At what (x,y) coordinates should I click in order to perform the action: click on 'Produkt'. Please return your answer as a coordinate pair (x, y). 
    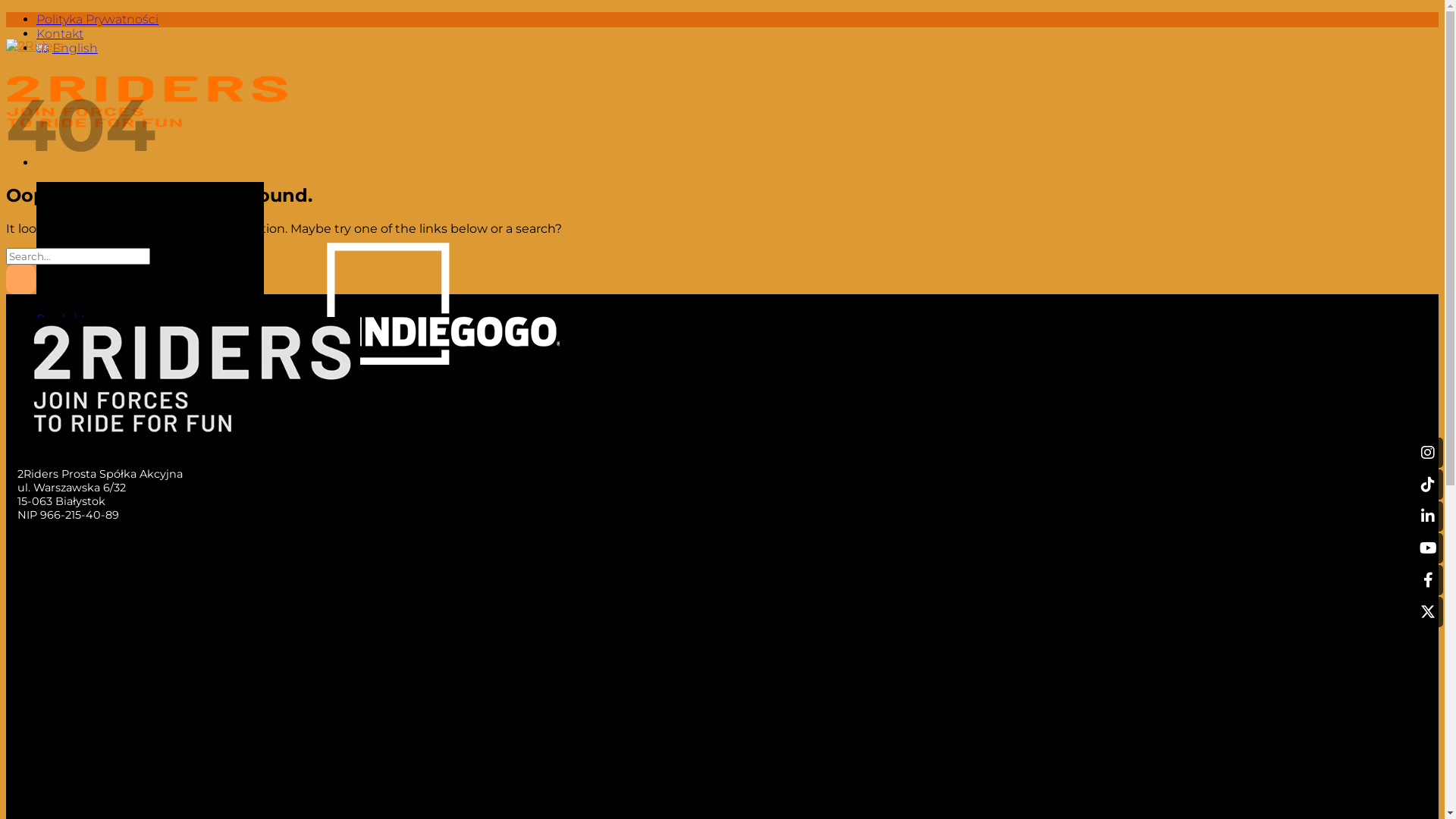
    Looking at the image, I should click on (36, 318).